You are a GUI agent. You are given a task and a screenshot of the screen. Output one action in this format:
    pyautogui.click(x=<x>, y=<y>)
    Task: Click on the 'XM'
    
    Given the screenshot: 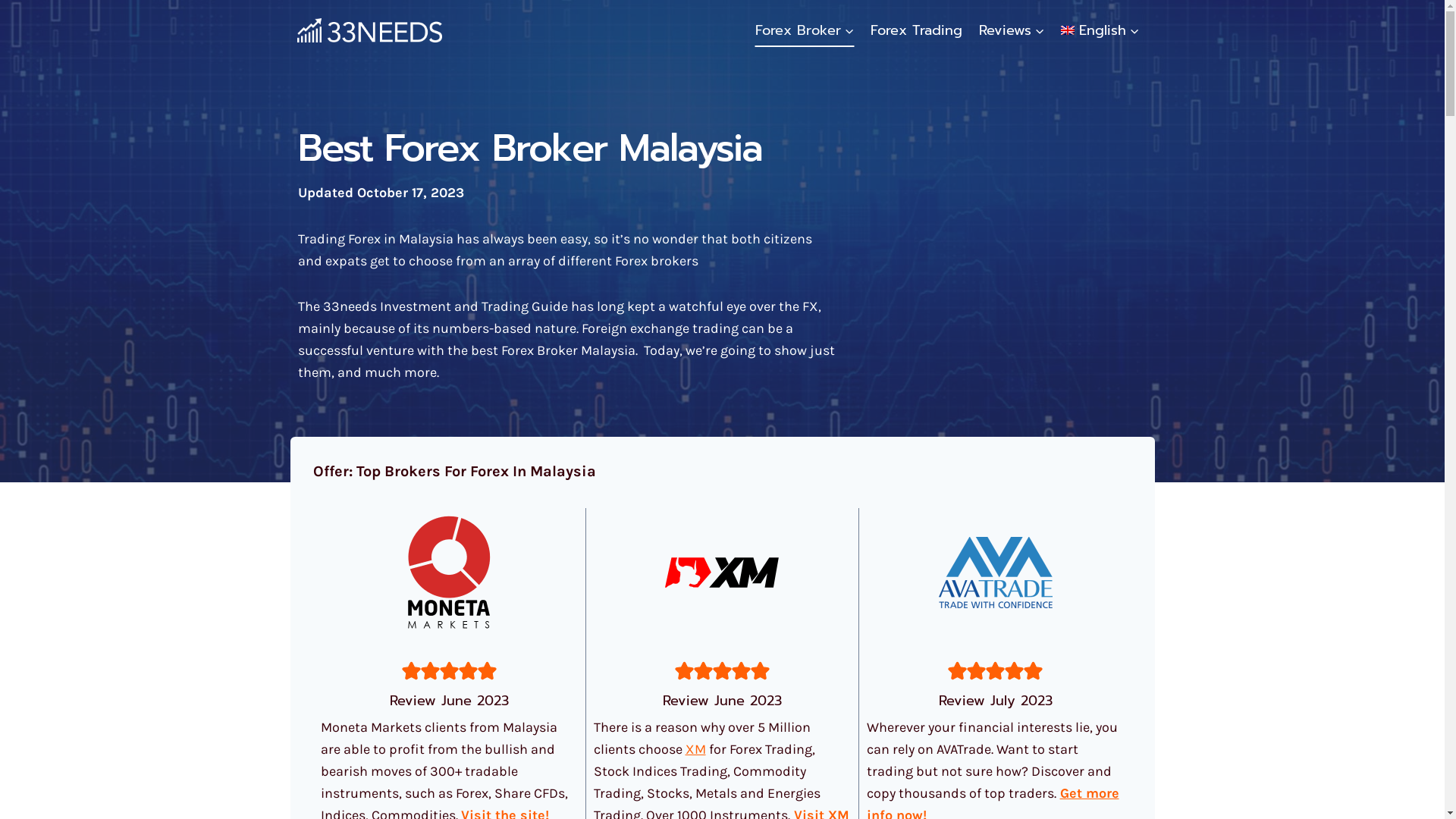 What is the action you would take?
    pyautogui.click(x=695, y=748)
    